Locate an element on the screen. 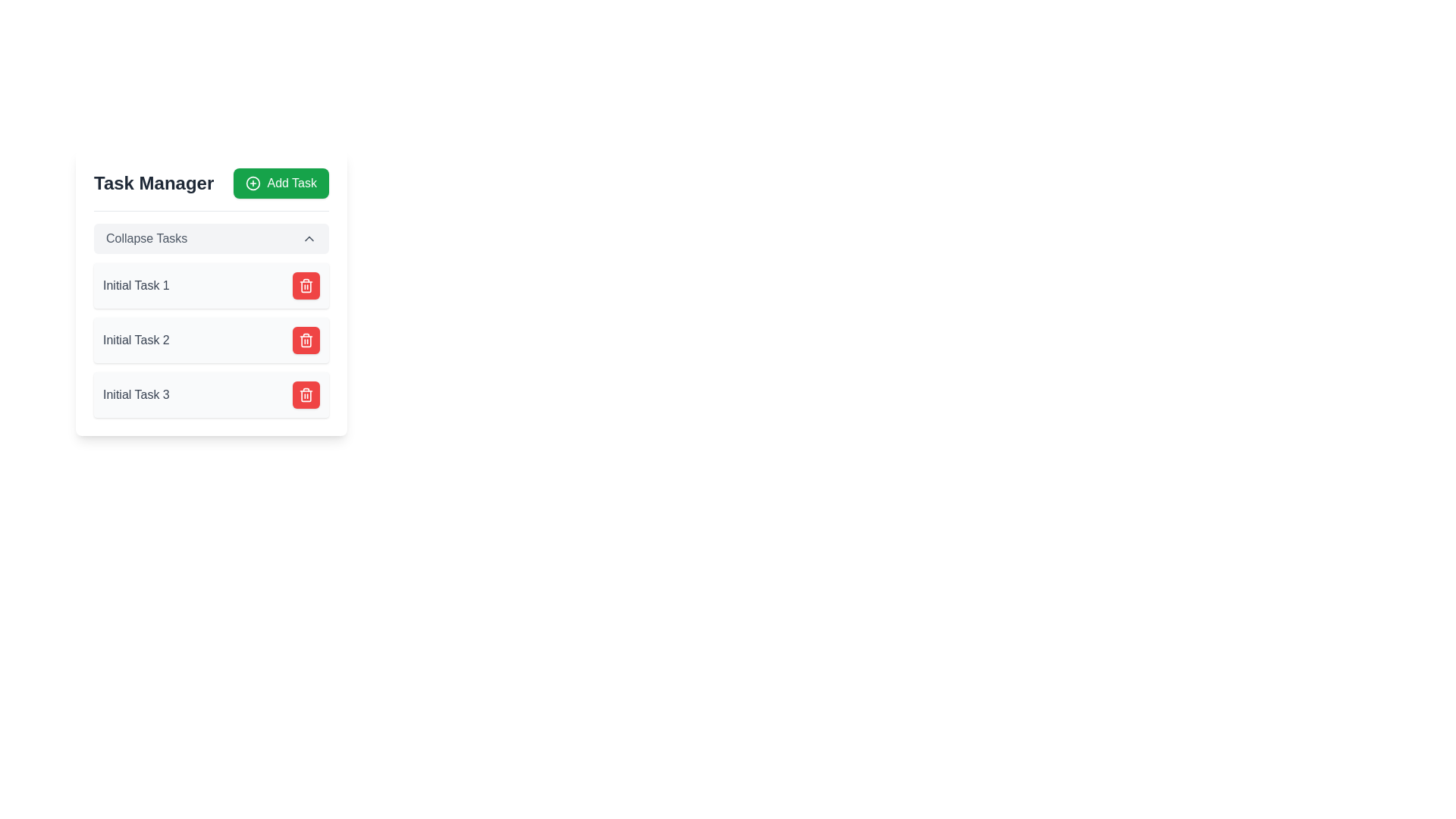 The width and height of the screenshot is (1456, 819). the circle outline graphic element that represents functionality or status, located to the left of the 'Add Task' button in the 'Task Manager' widget is located at coordinates (253, 183).